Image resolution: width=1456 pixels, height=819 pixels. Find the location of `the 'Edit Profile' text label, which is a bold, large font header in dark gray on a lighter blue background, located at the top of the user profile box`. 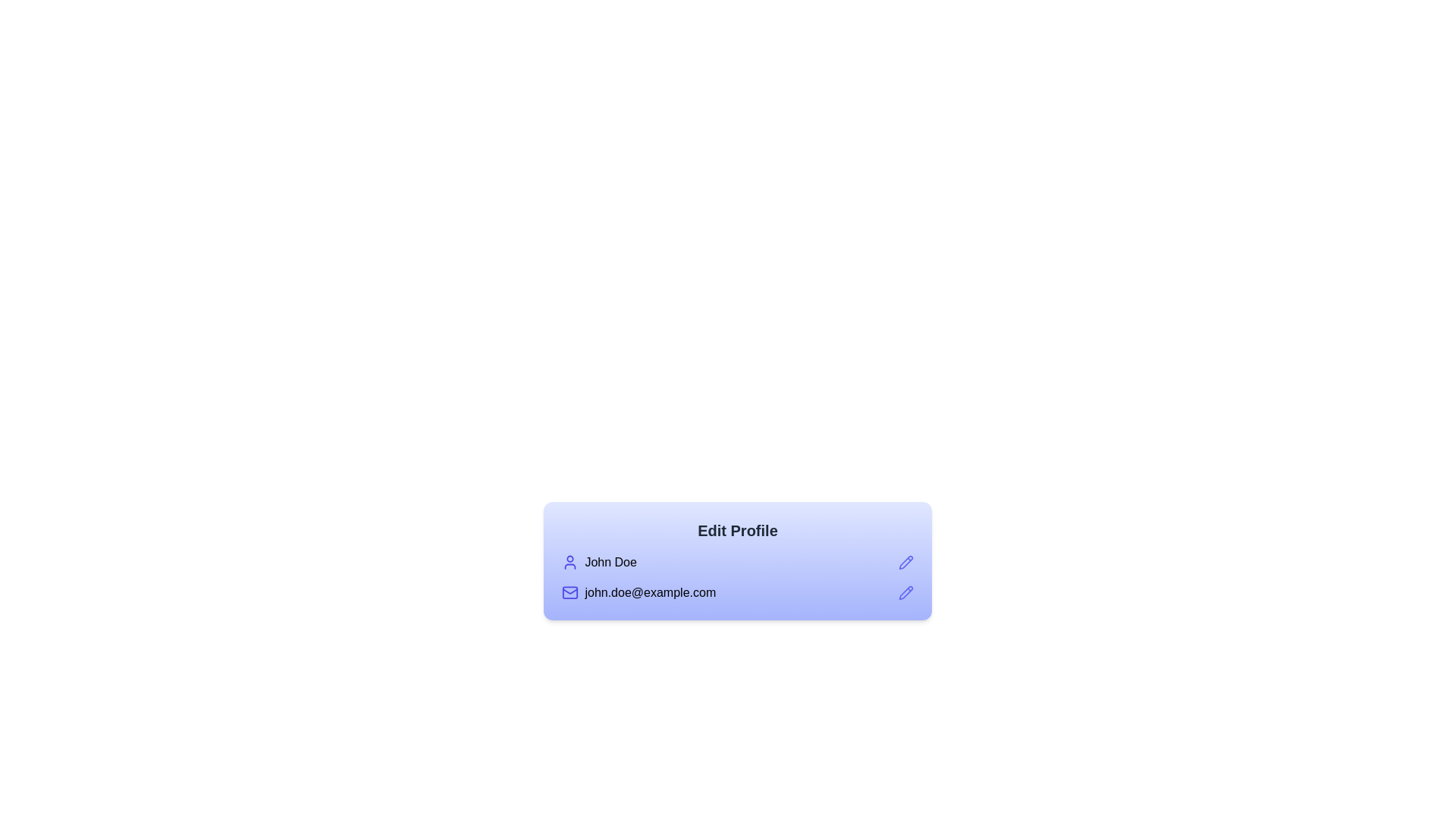

the 'Edit Profile' text label, which is a bold, large font header in dark gray on a lighter blue background, located at the top of the user profile box is located at coordinates (738, 529).